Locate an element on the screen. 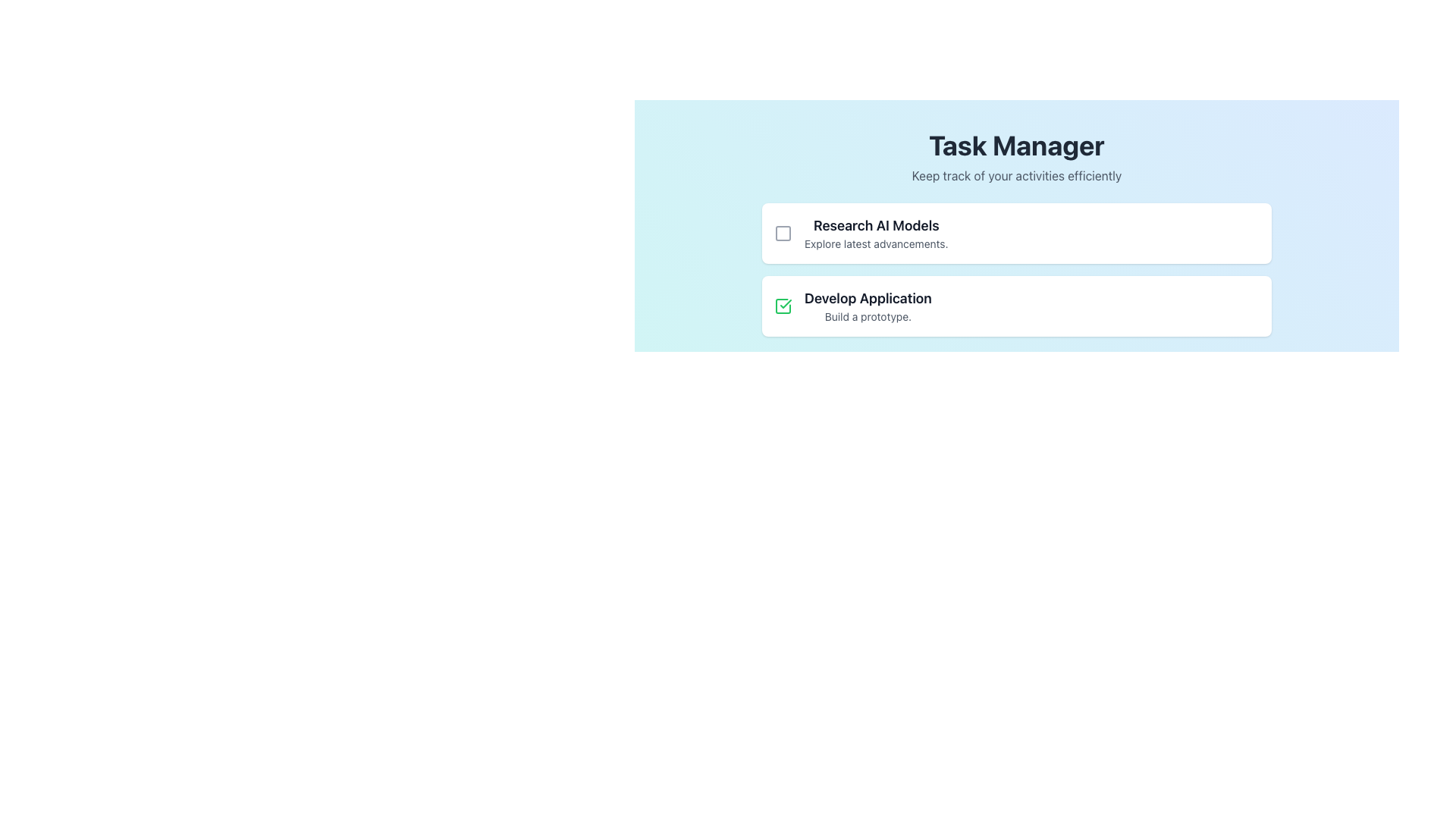 Image resolution: width=1456 pixels, height=819 pixels. the task list item labeled 'Develop Application' with a checkbox is located at coordinates (1016, 306).